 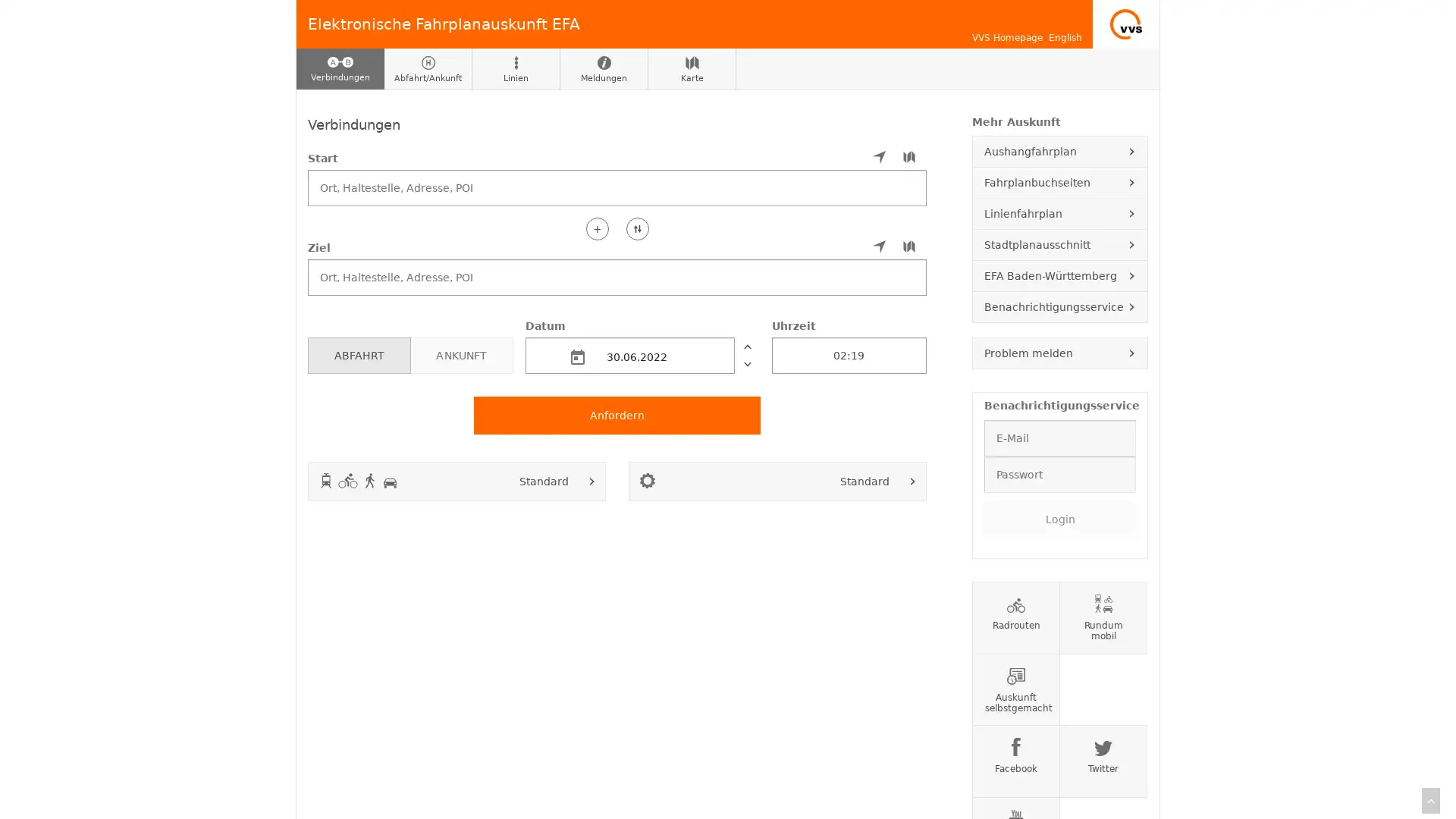 I want to click on +, so click(x=596, y=227).